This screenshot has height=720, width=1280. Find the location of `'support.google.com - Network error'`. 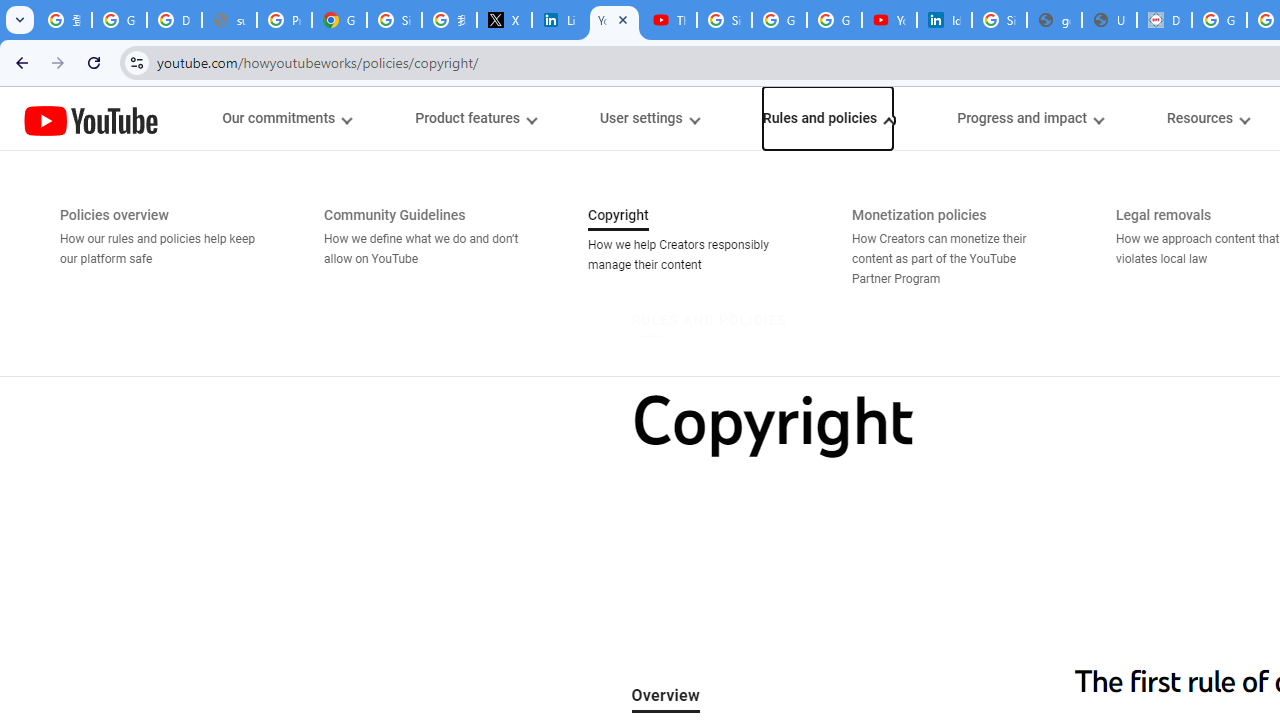

'support.google.com - Network error' is located at coordinates (229, 20).